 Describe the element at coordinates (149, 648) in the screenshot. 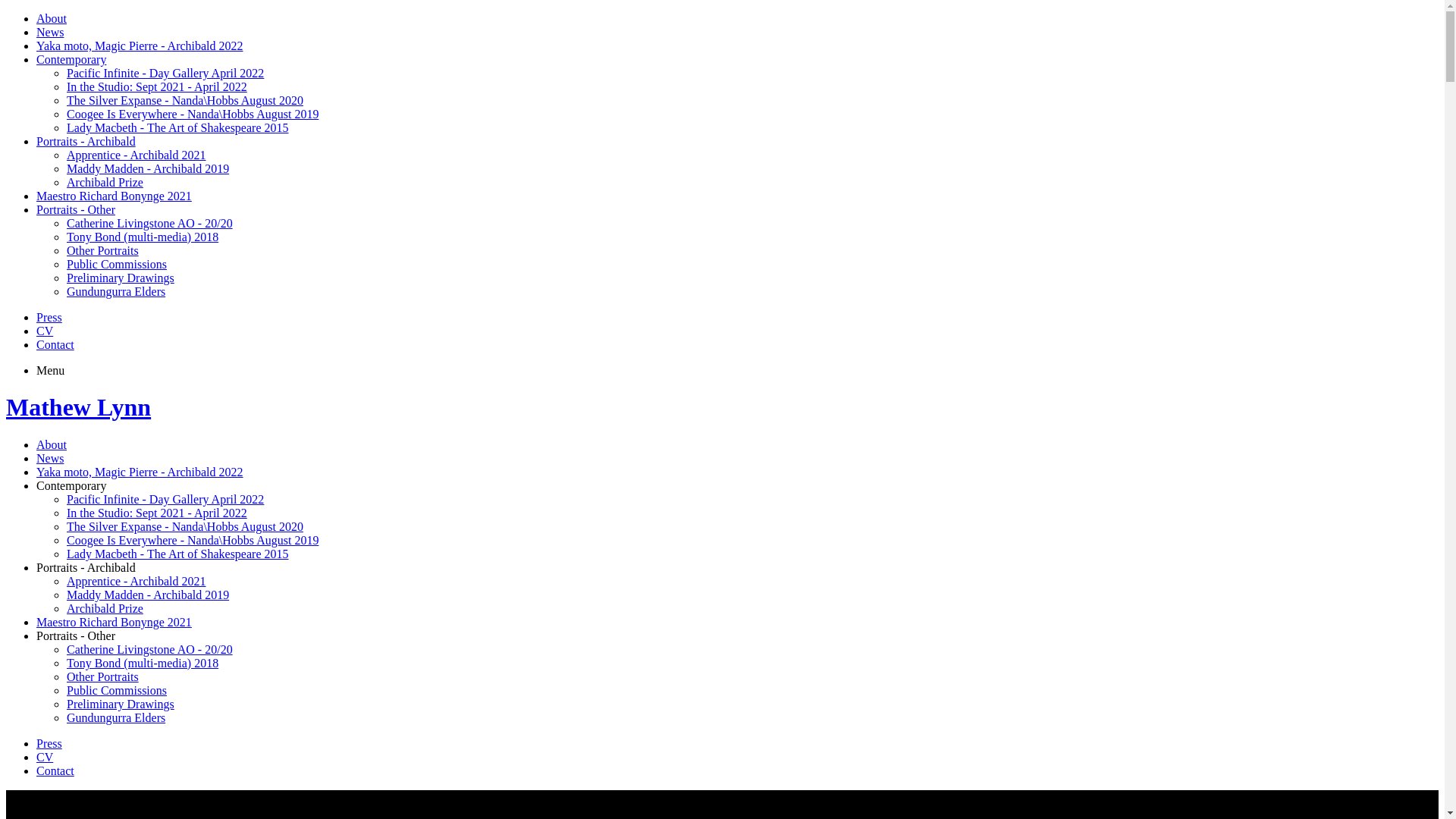

I see `'Catherine Livingstone AO - 20/20'` at that location.